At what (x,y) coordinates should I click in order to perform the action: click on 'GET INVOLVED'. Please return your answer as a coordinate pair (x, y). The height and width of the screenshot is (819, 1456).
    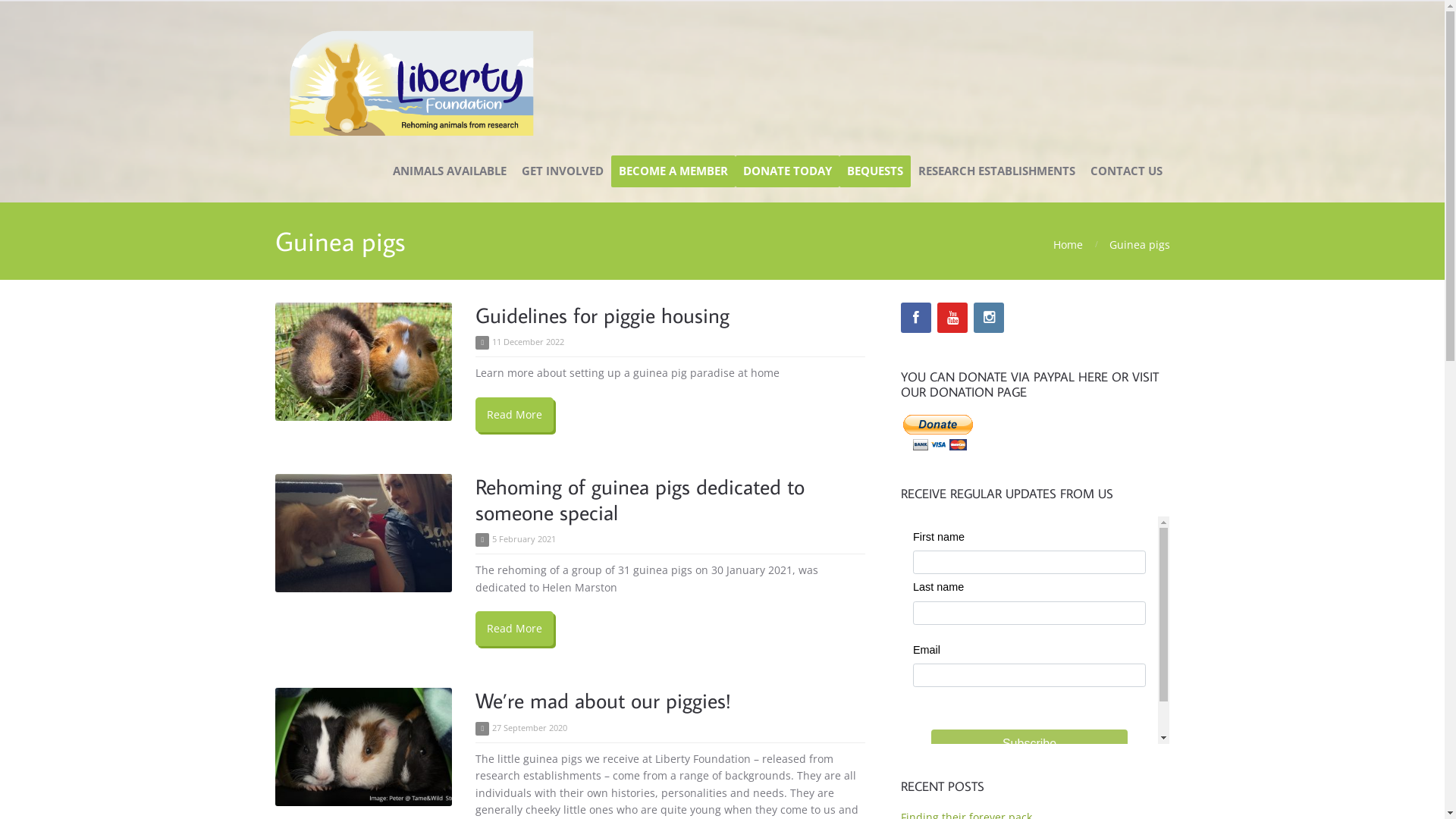
    Looking at the image, I should click on (562, 171).